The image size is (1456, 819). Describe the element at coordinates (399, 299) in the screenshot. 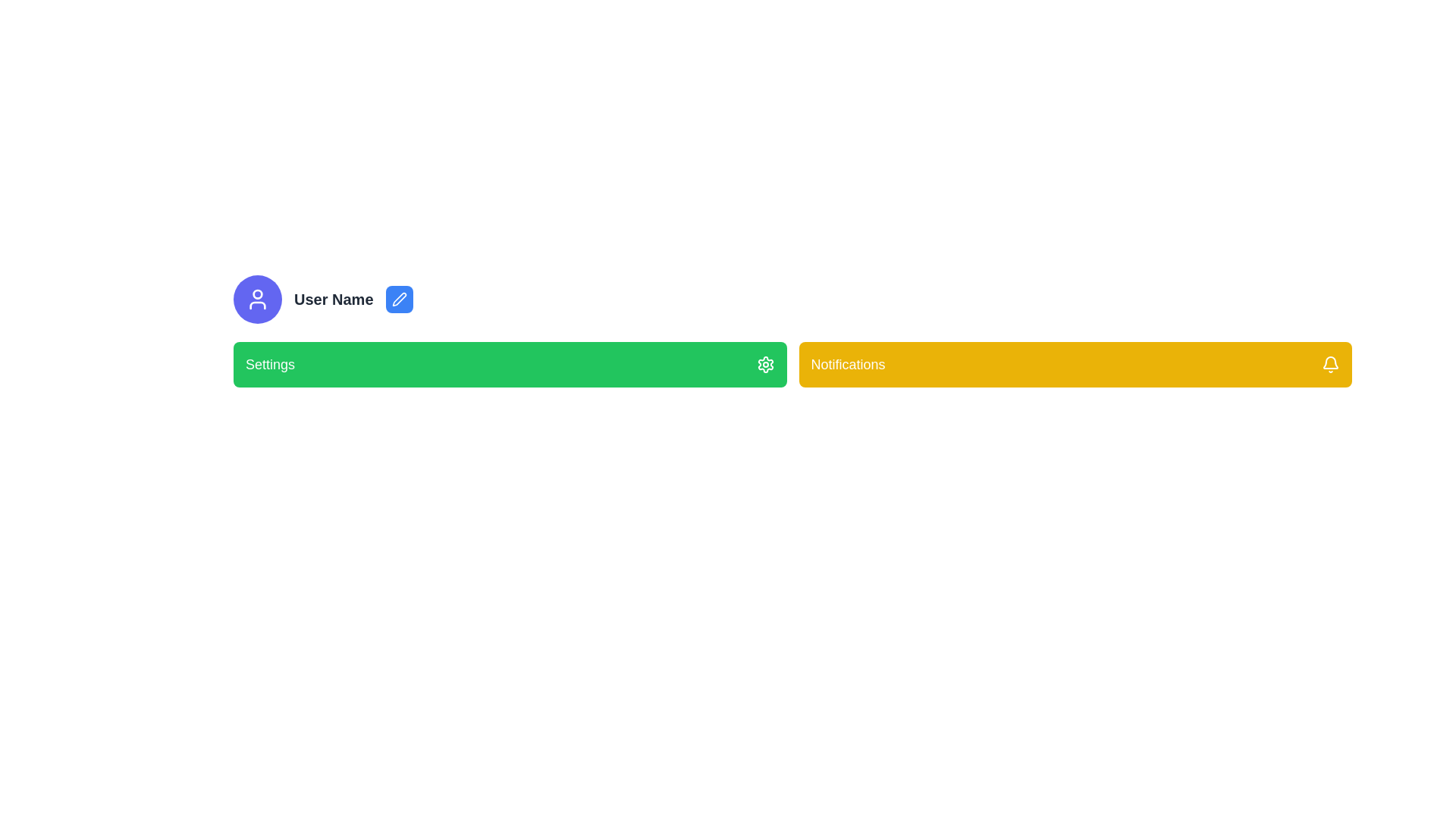

I see `the editing action icon located within a blue box-shaped button to the right of the 'User Name' text for keyboard interactions` at that location.